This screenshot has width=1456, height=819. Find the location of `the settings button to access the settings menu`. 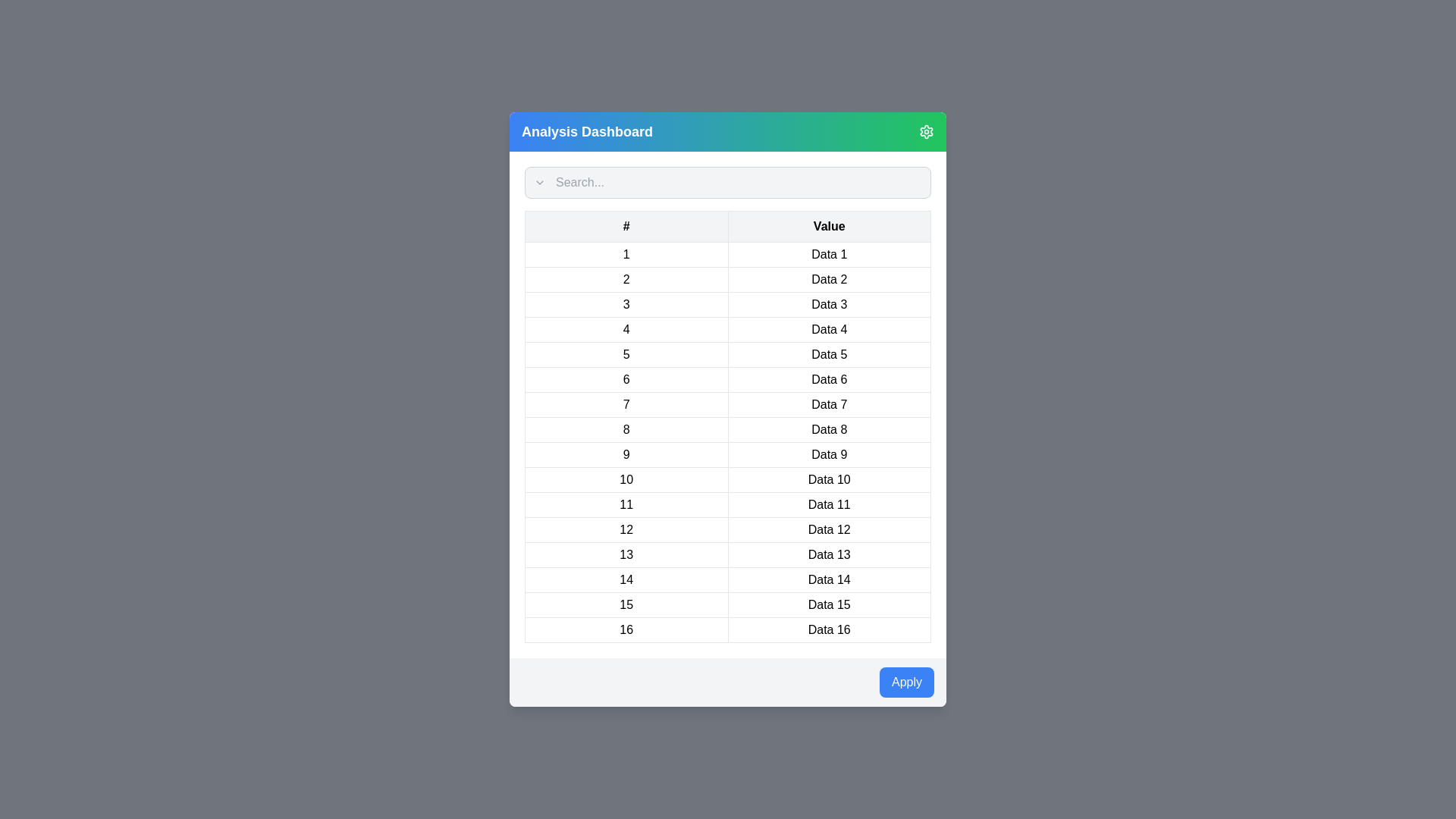

the settings button to access the settings menu is located at coordinates (926, 130).